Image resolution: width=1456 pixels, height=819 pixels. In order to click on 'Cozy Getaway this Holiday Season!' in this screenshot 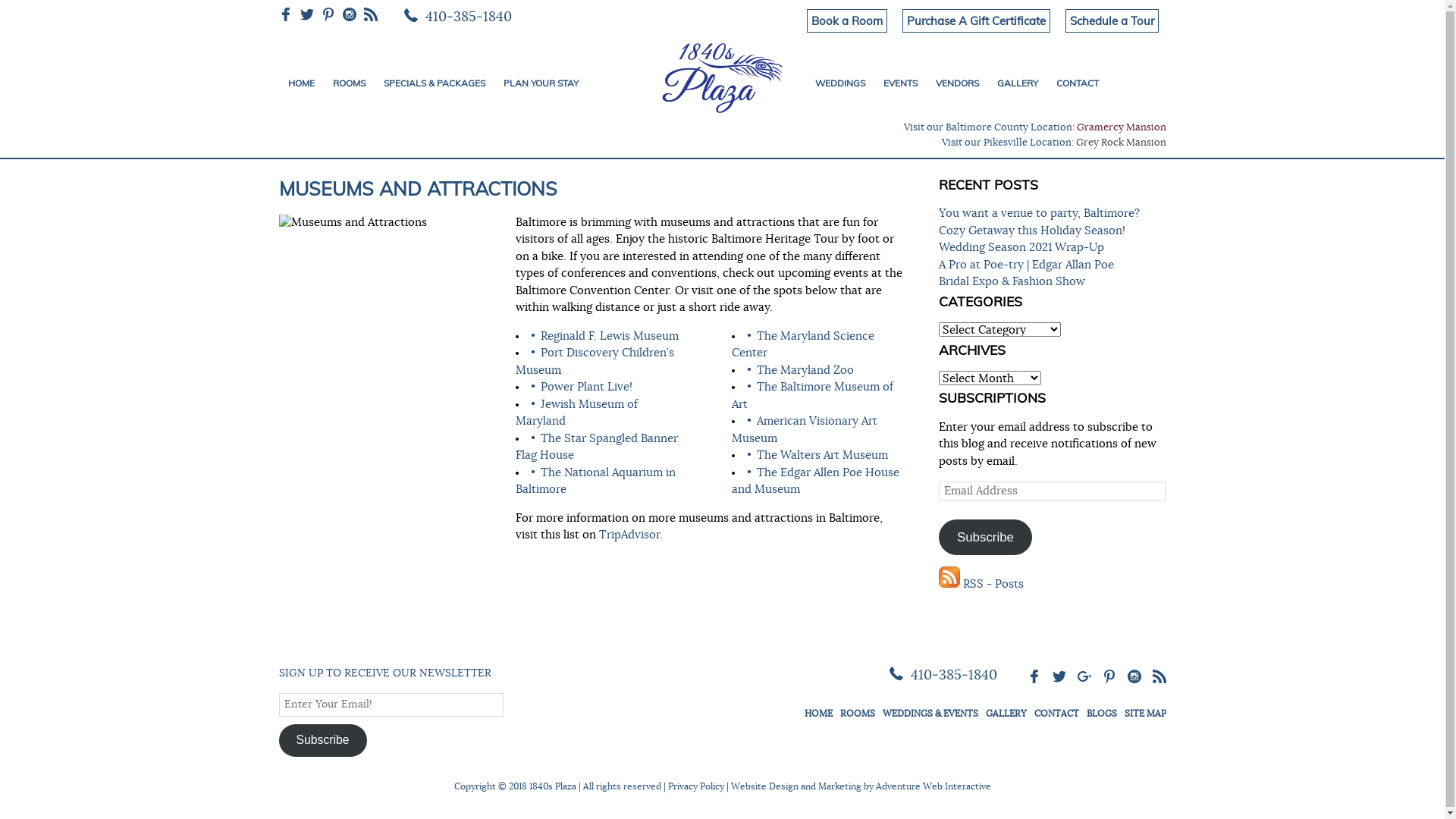, I will do `click(1031, 231)`.